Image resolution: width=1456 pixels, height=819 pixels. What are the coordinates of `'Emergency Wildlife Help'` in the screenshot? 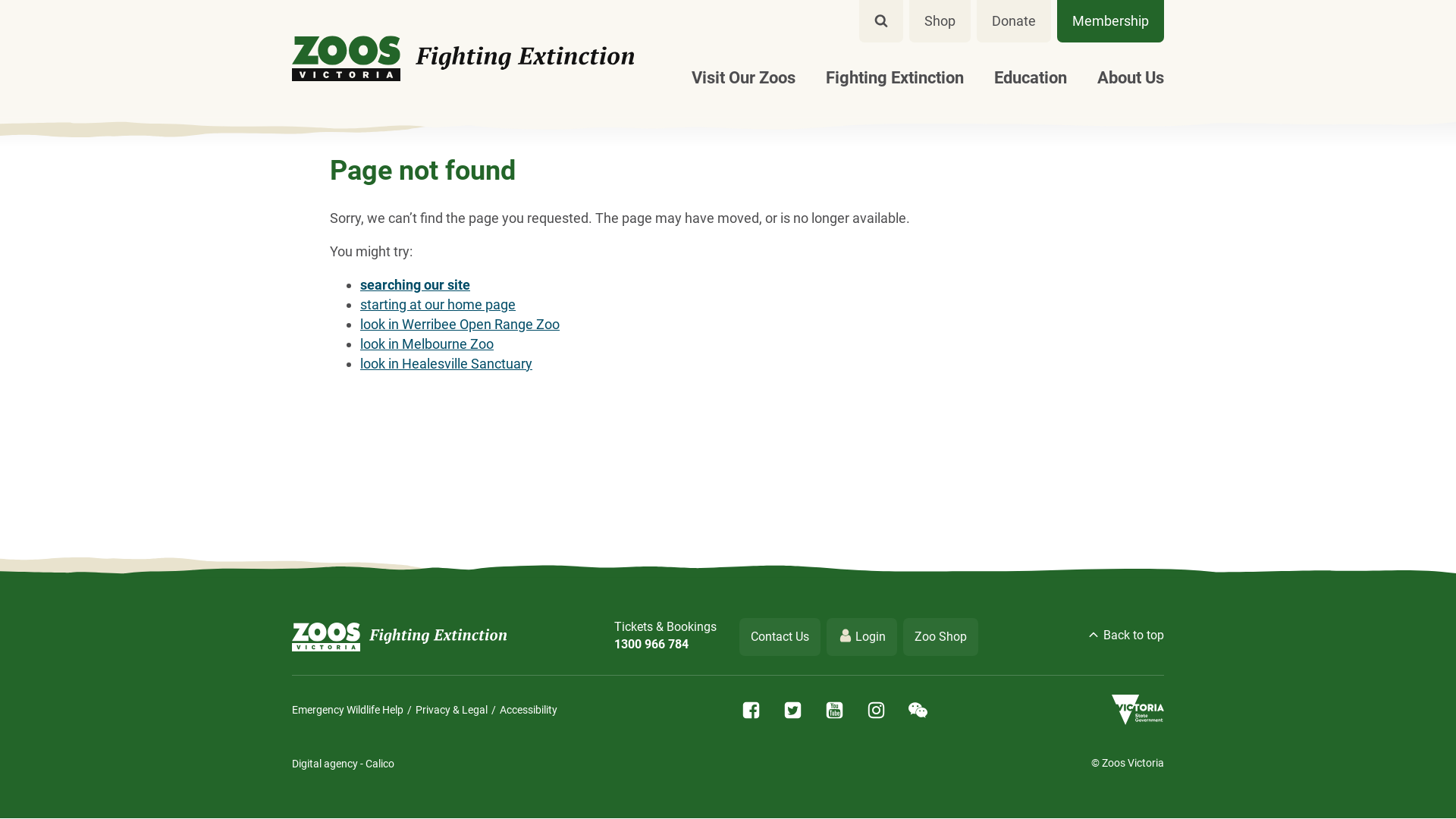 It's located at (347, 710).